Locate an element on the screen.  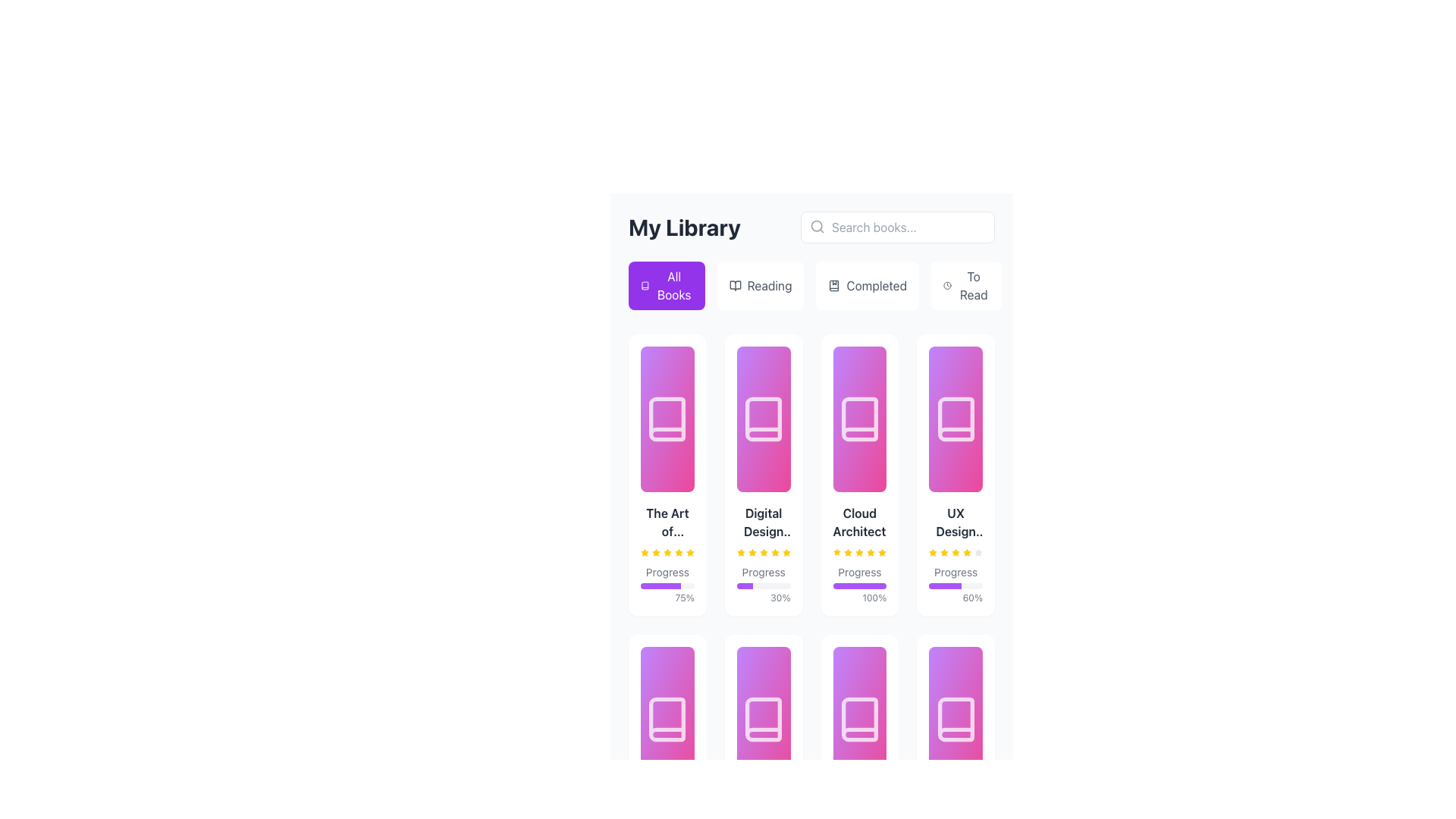
the progress bar associated with the 'Cloud Architect' item, located below the 'Progress' label and above the '100%' value text in the third card of the first row is located at coordinates (859, 585).